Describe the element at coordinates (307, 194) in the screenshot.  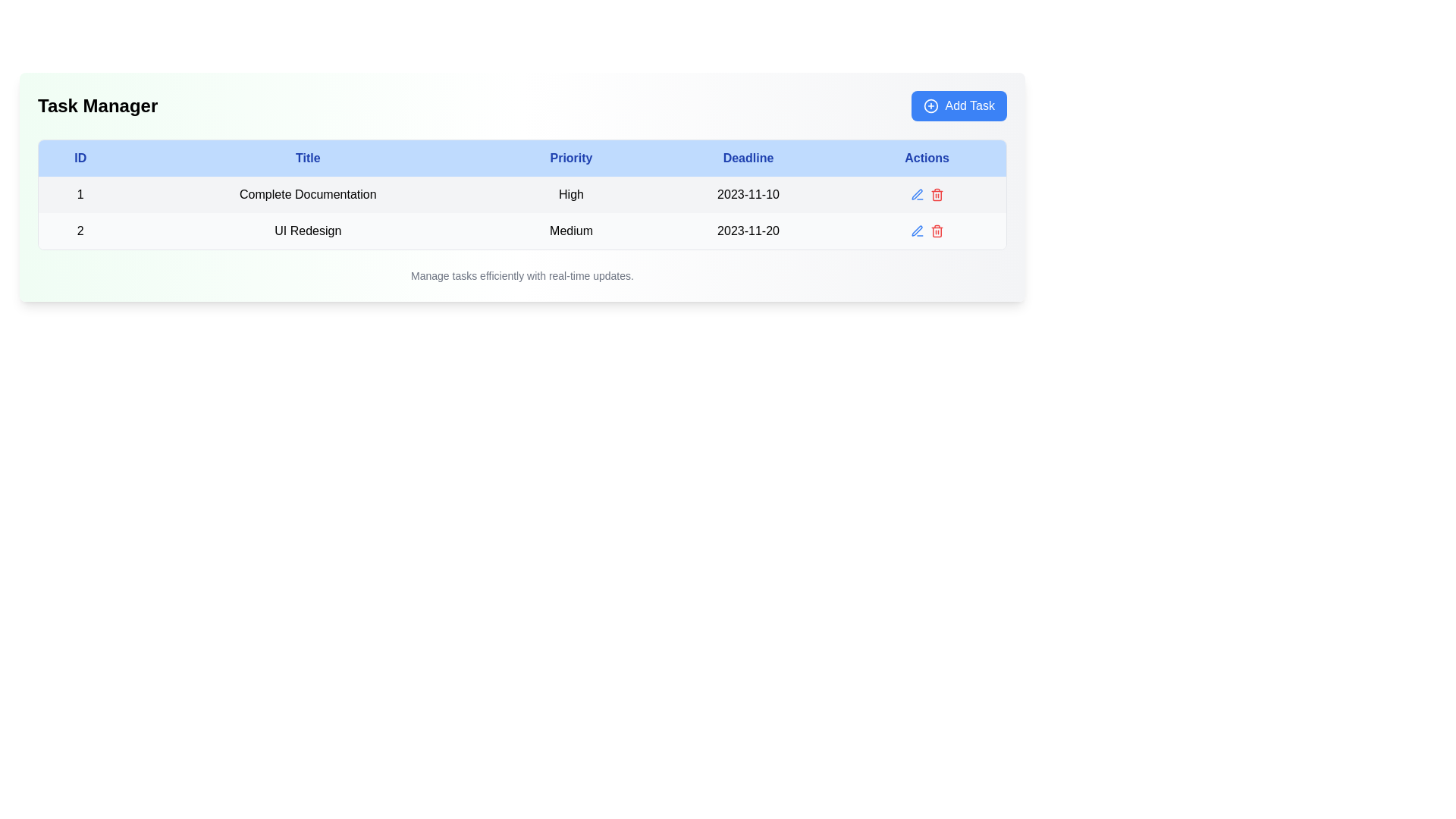
I see `the text label displaying 'Complete Documentation' located in the second column of row '1' in the table layout, positioned between the 'ID' and 'Priority' columns under the 'Title' header` at that location.